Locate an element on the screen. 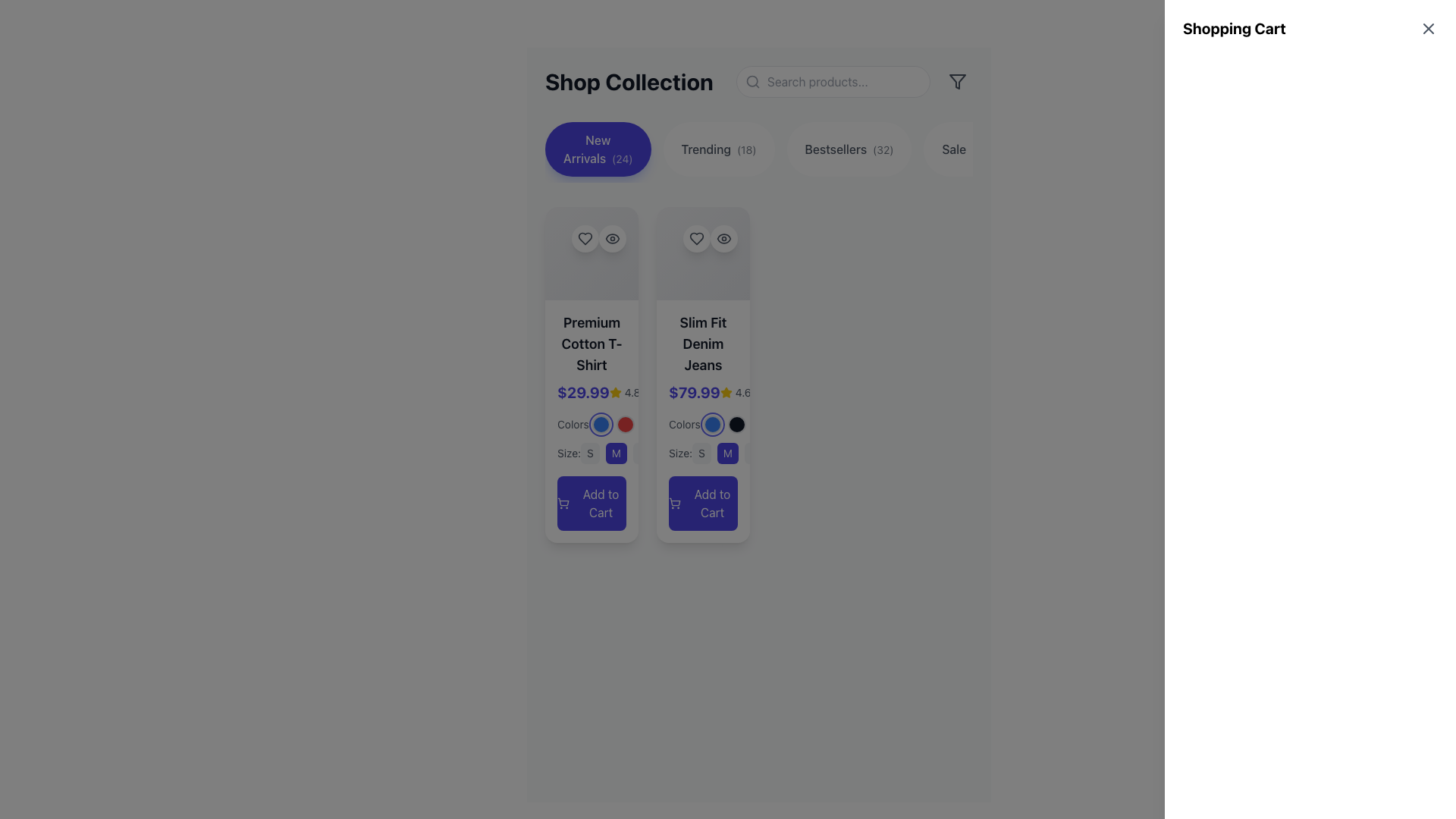  the 'Add to Cart' text label within the blue rectangular button is located at coordinates (711, 503).